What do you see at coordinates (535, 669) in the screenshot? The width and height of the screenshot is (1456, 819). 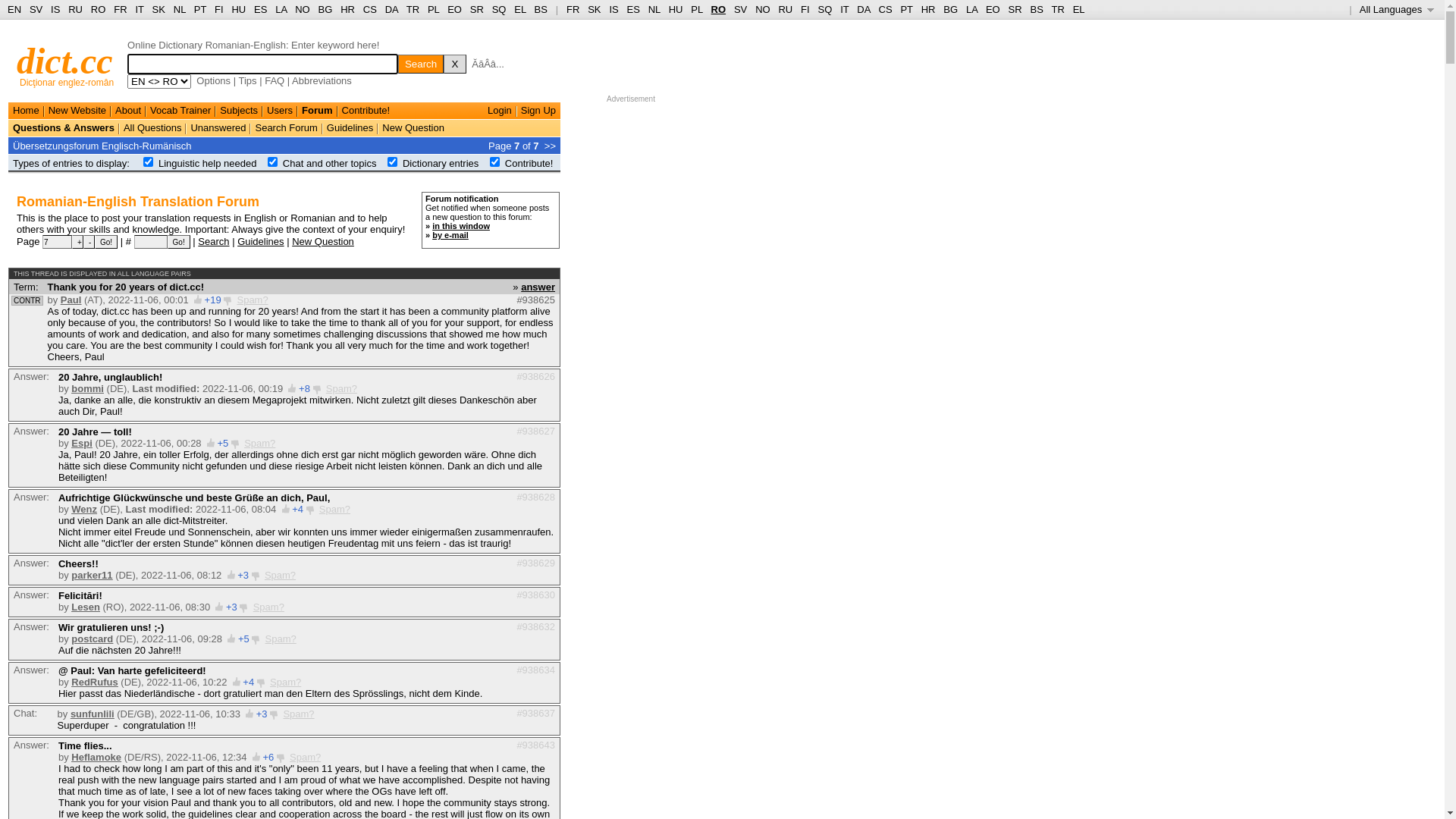 I see `'#938634'` at bounding box center [535, 669].